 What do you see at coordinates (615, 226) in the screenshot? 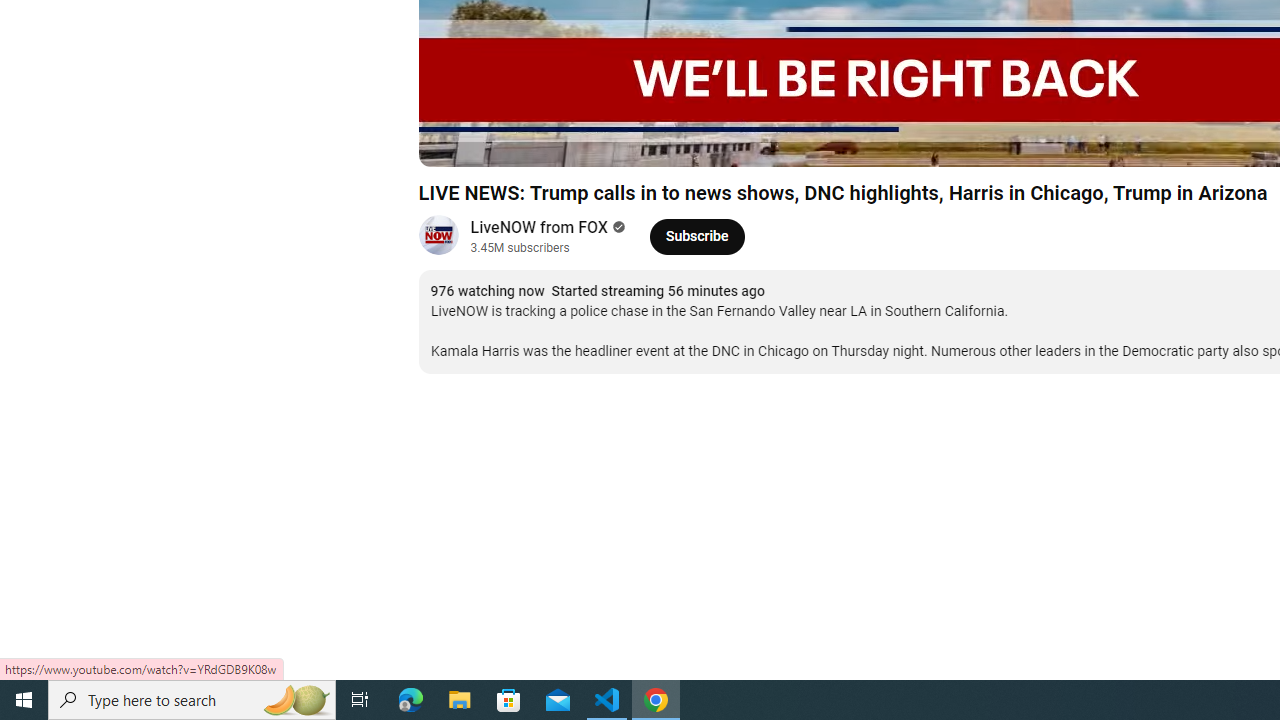
I see `'Verified'` at bounding box center [615, 226].